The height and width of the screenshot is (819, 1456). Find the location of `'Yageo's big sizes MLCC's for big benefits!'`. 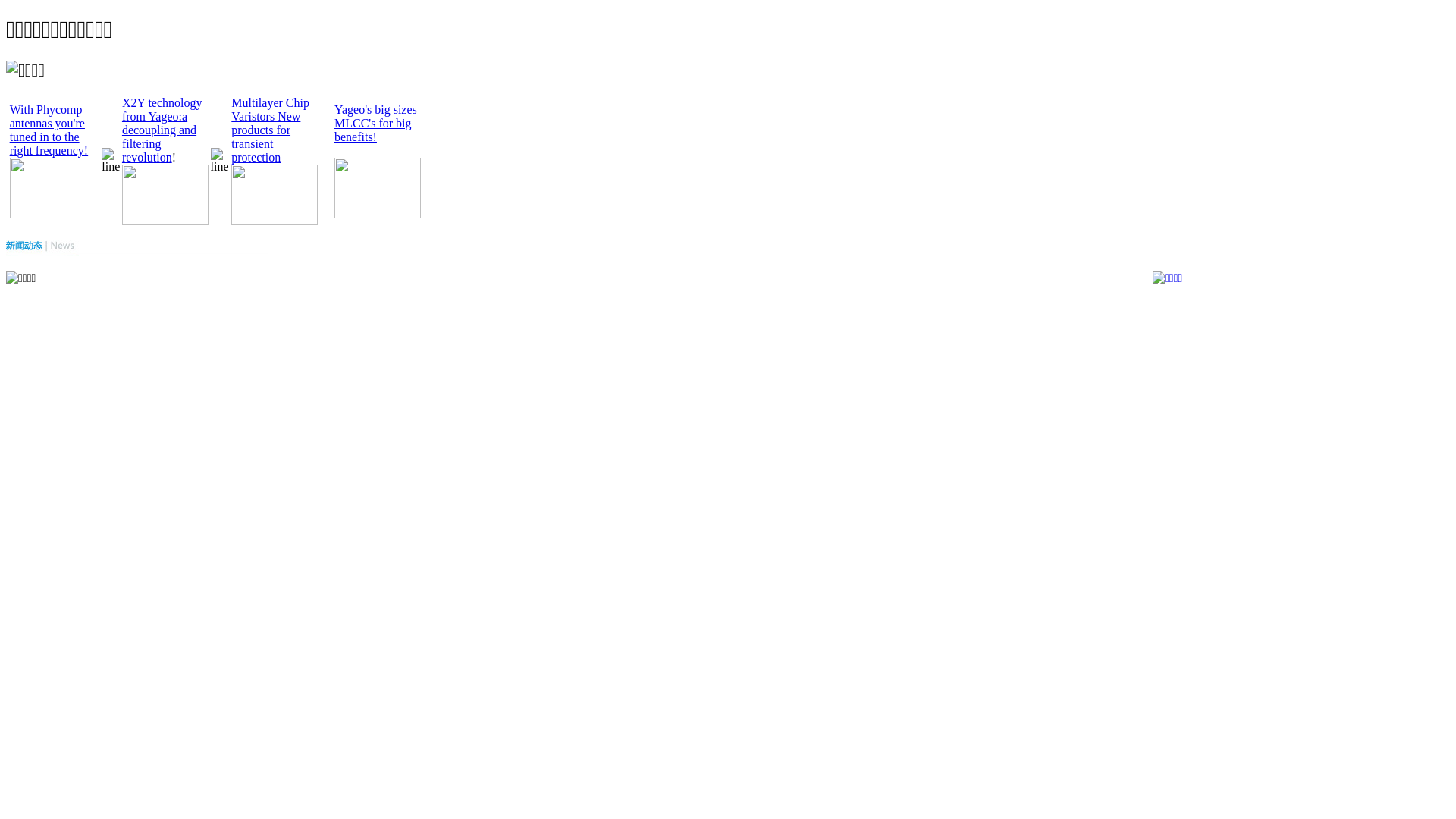

'Yageo's big sizes MLCC's for big benefits!' is located at coordinates (375, 122).